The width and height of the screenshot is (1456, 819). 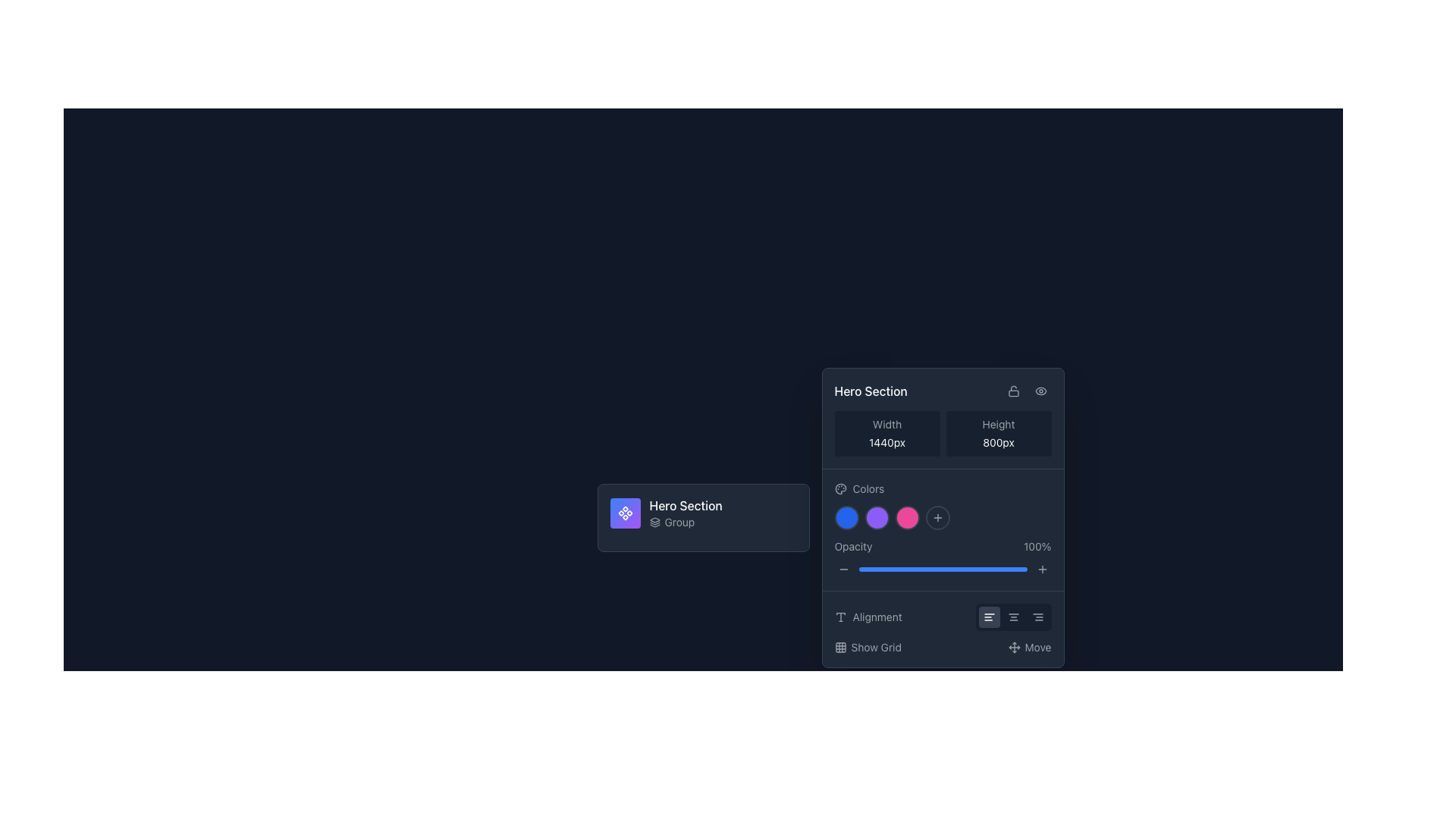 What do you see at coordinates (1037, 647) in the screenshot?
I see `the text label displaying 'Move'` at bounding box center [1037, 647].